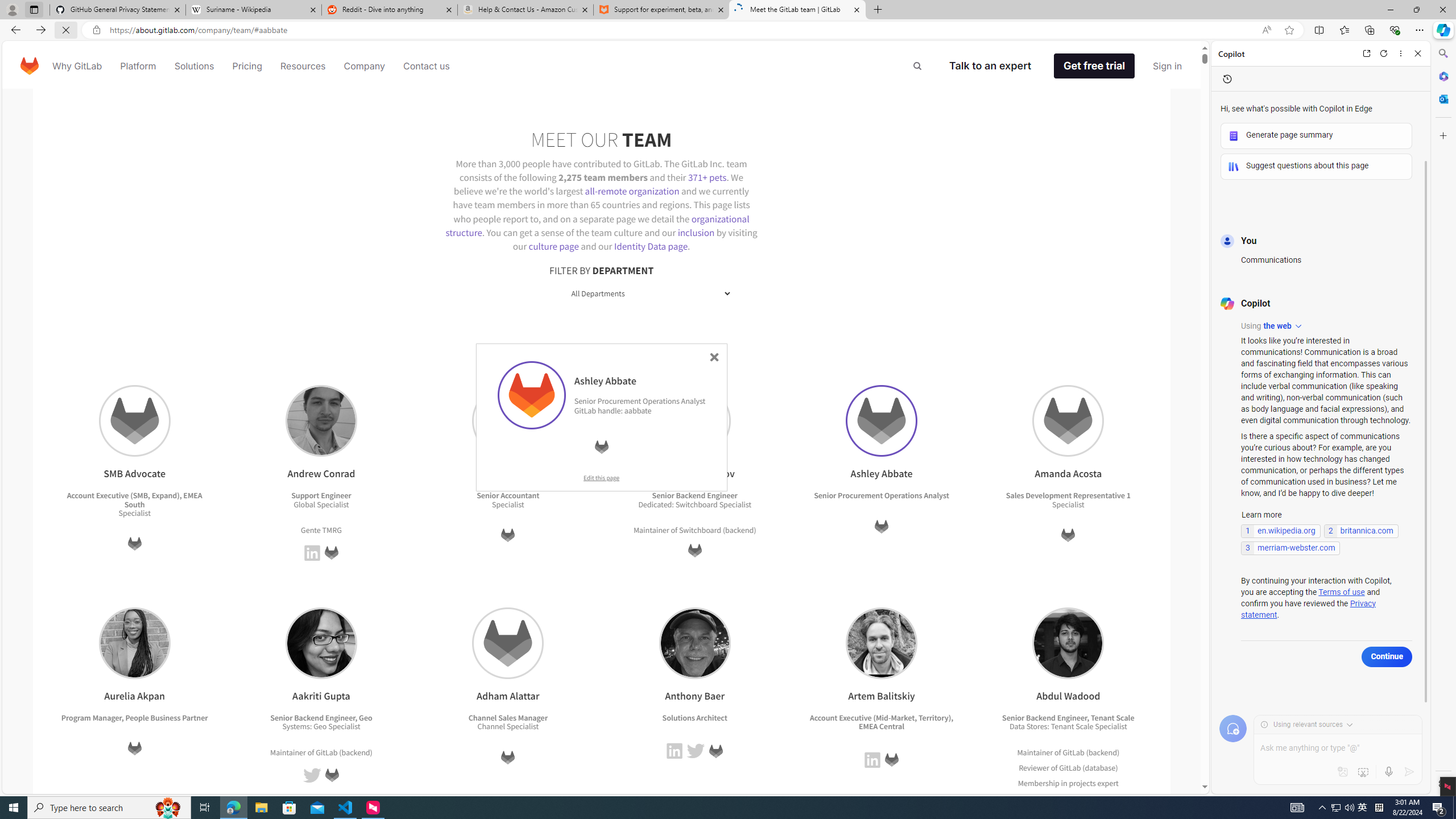  I want to click on 'Talk to an expert', so click(990, 65).